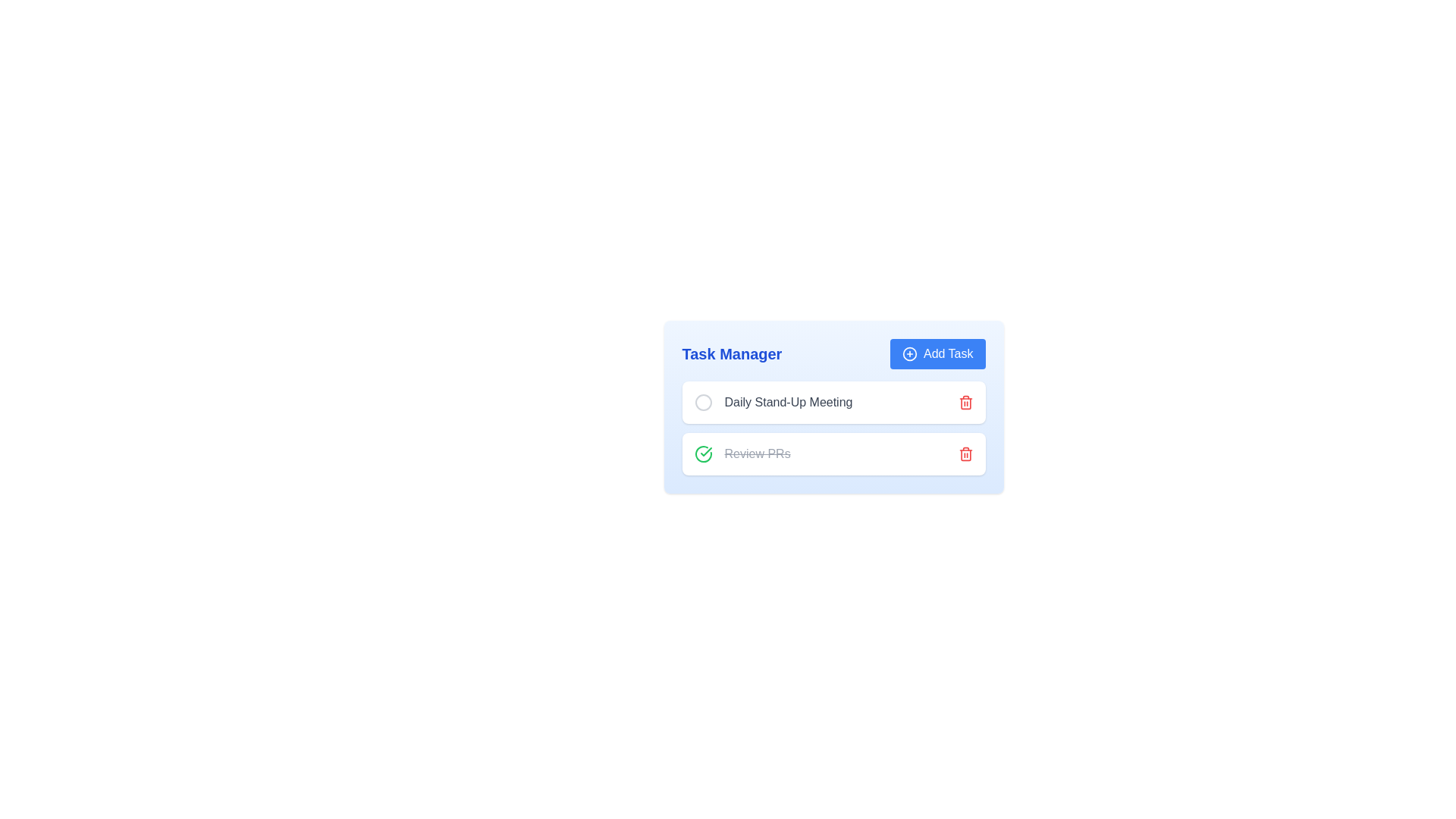  What do you see at coordinates (910, 353) in the screenshot?
I see `the addition function icon located to the left of the 'Add Task' text within the blue rectangular button in the top-right portion of the task management interface` at bounding box center [910, 353].